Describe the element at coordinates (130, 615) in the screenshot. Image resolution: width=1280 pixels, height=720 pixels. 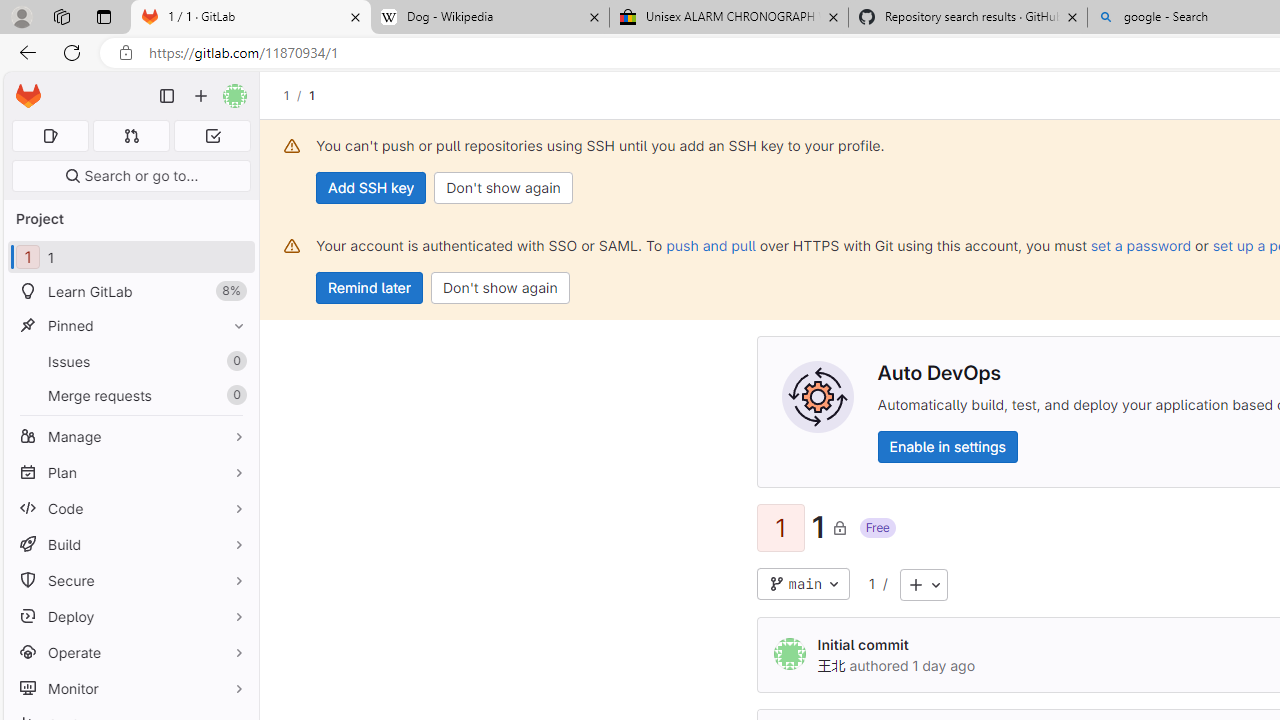
I see `'Deploy'` at that location.